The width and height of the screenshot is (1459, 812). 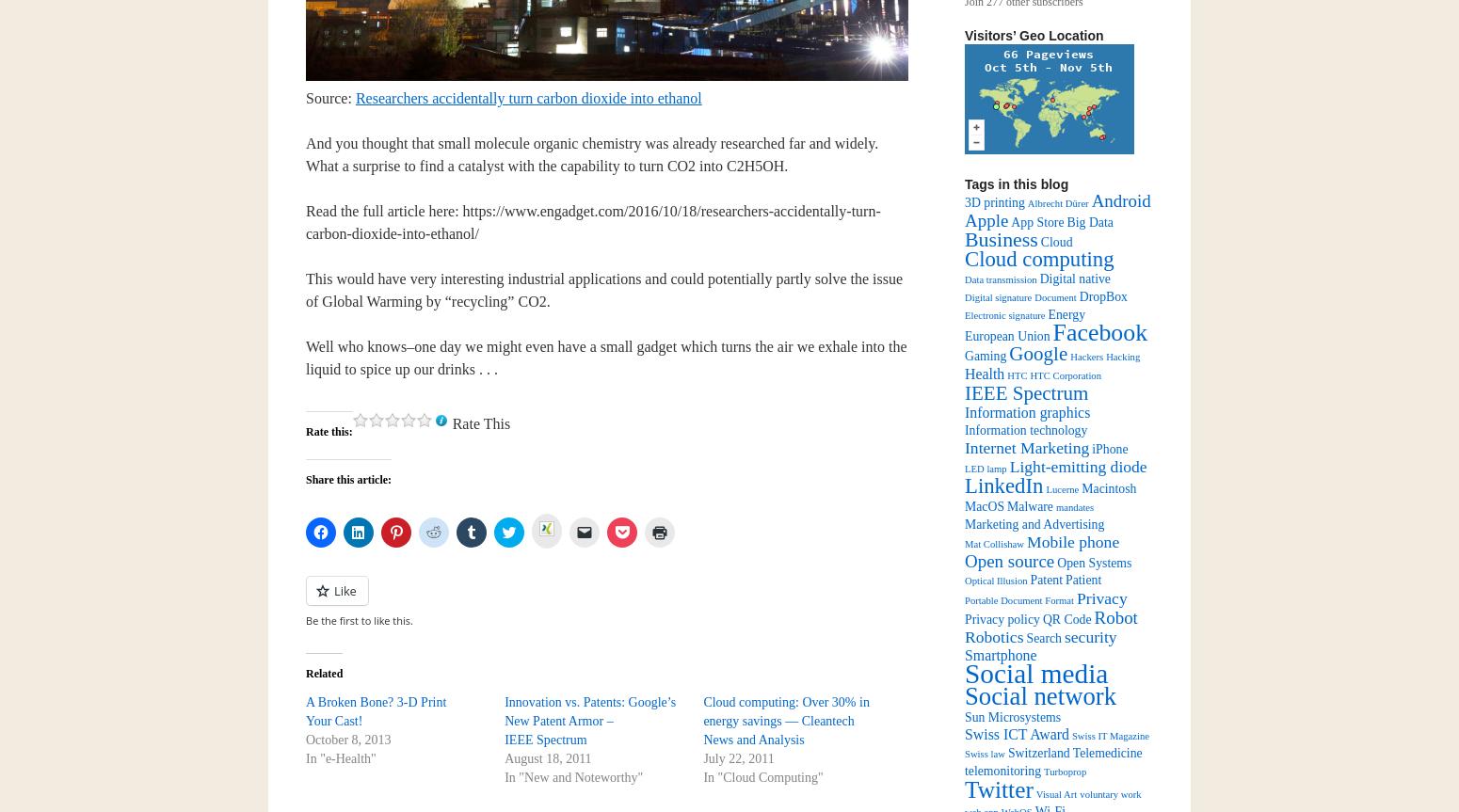 What do you see at coordinates (965, 411) in the screenshot?
I see `'Information graphics'` at bounding box center [965, 411].